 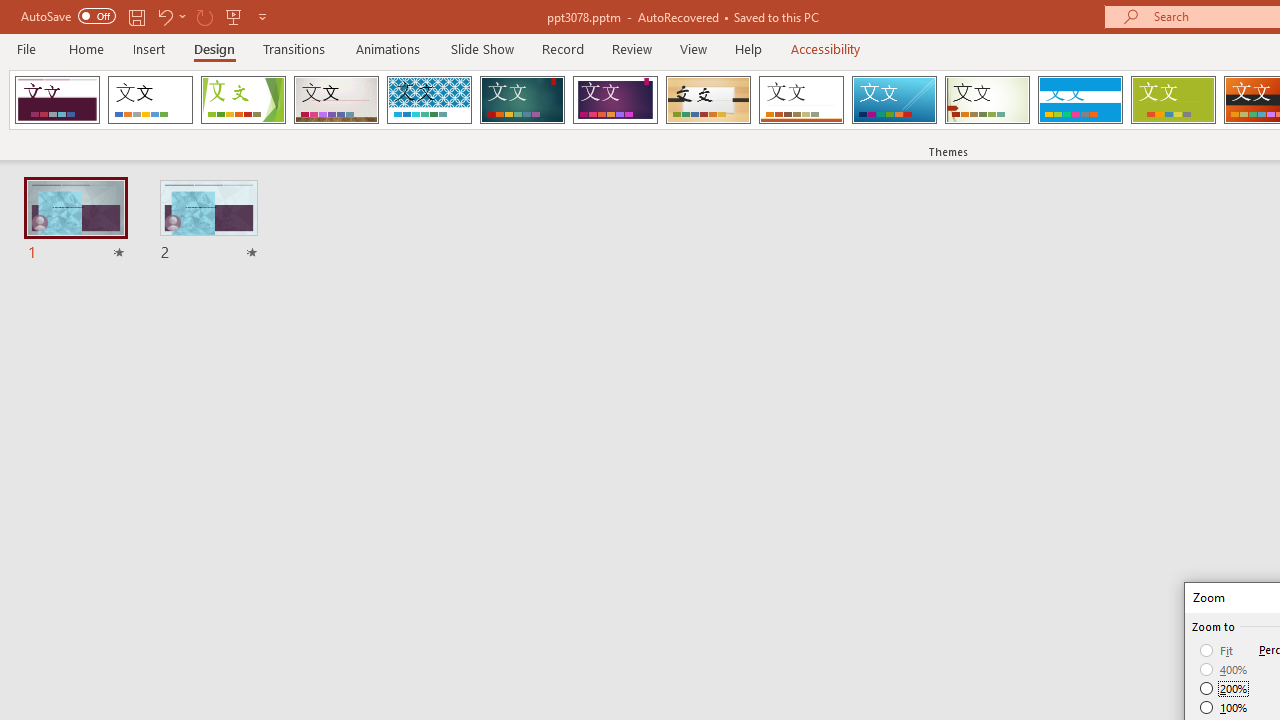 What do you see at coordinates (708, 100) in the screenshot?
I see `'Organic'` at bounding box center [708, 100].